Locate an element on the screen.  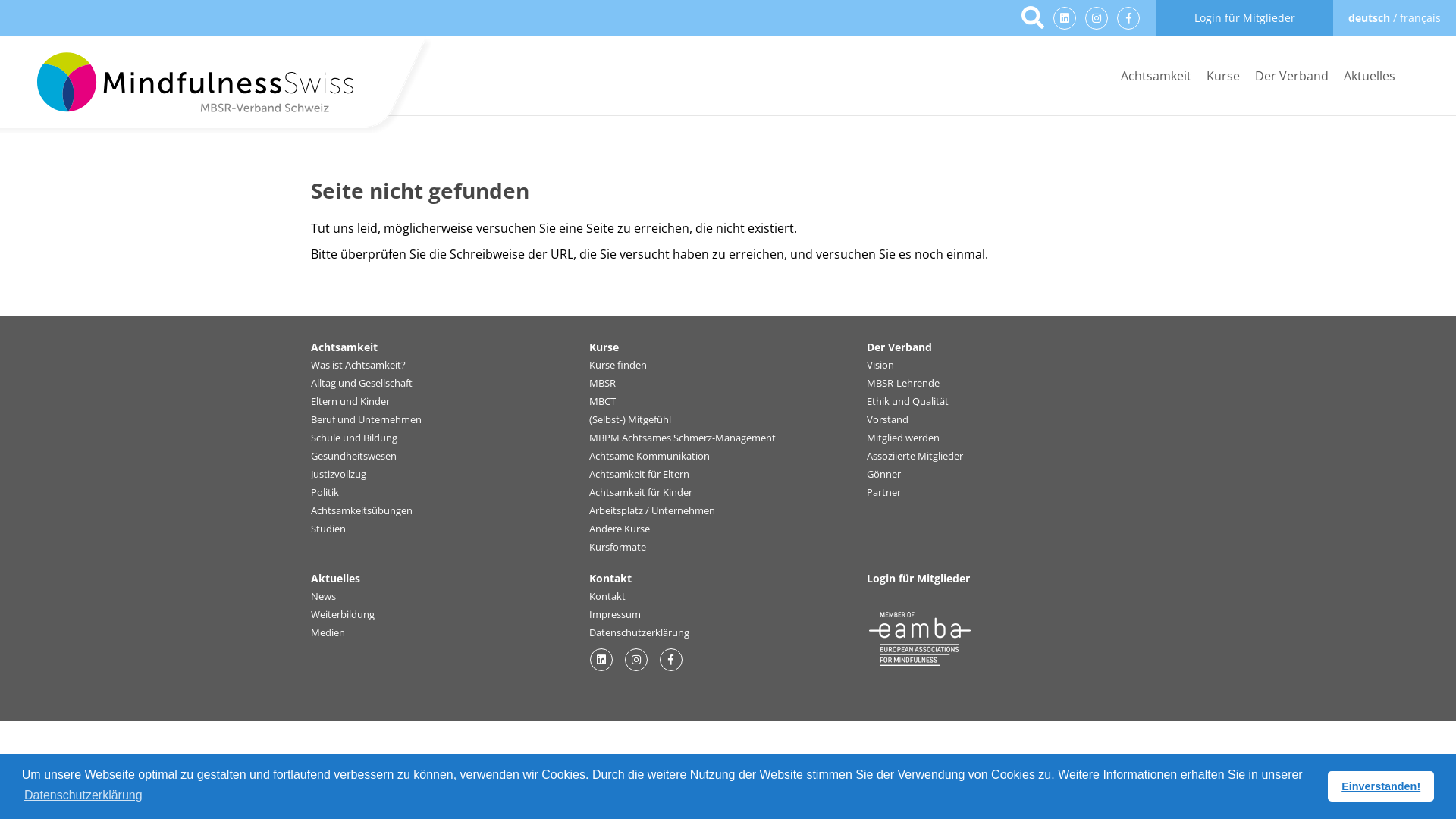
'Partner' is located at coordinates (883, 493).